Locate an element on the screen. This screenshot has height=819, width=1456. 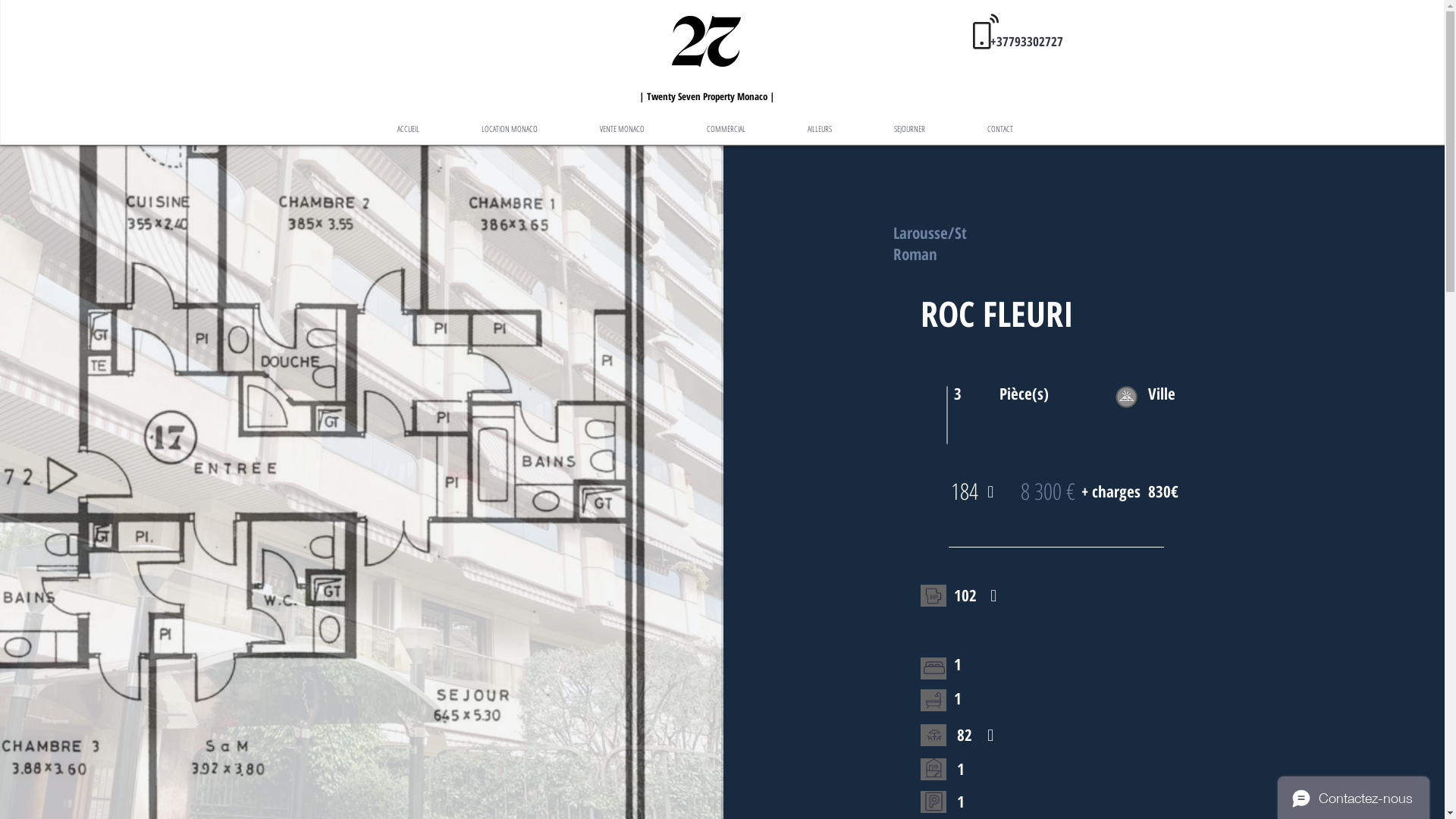
'COMMERCIAL' is located at coordinates (724, 127).